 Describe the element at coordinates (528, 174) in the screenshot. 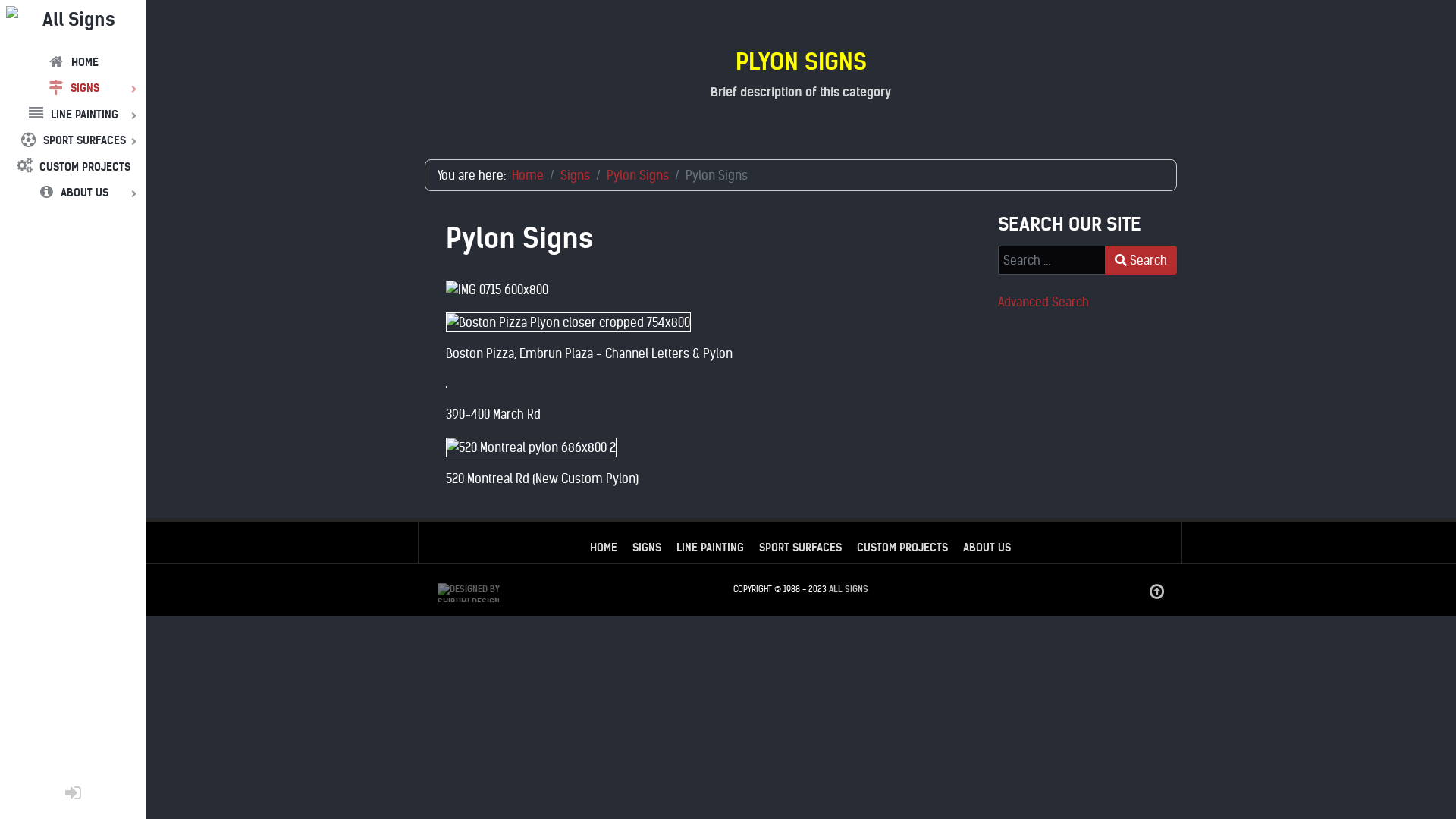

I see `'Home'` at that location.